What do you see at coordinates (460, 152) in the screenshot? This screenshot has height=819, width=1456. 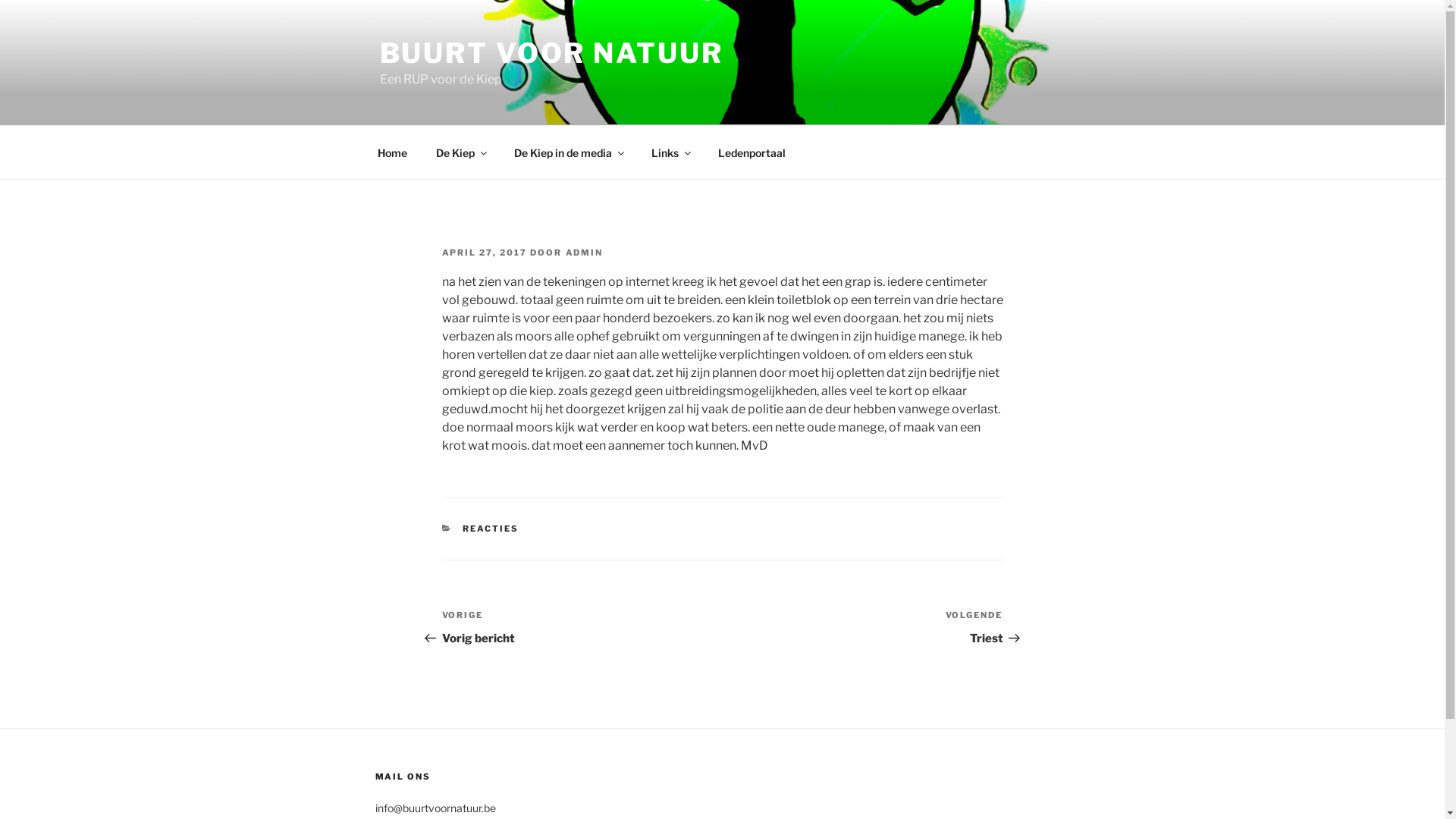 I see `'De Kiep'` at bounding box center [460, 152].